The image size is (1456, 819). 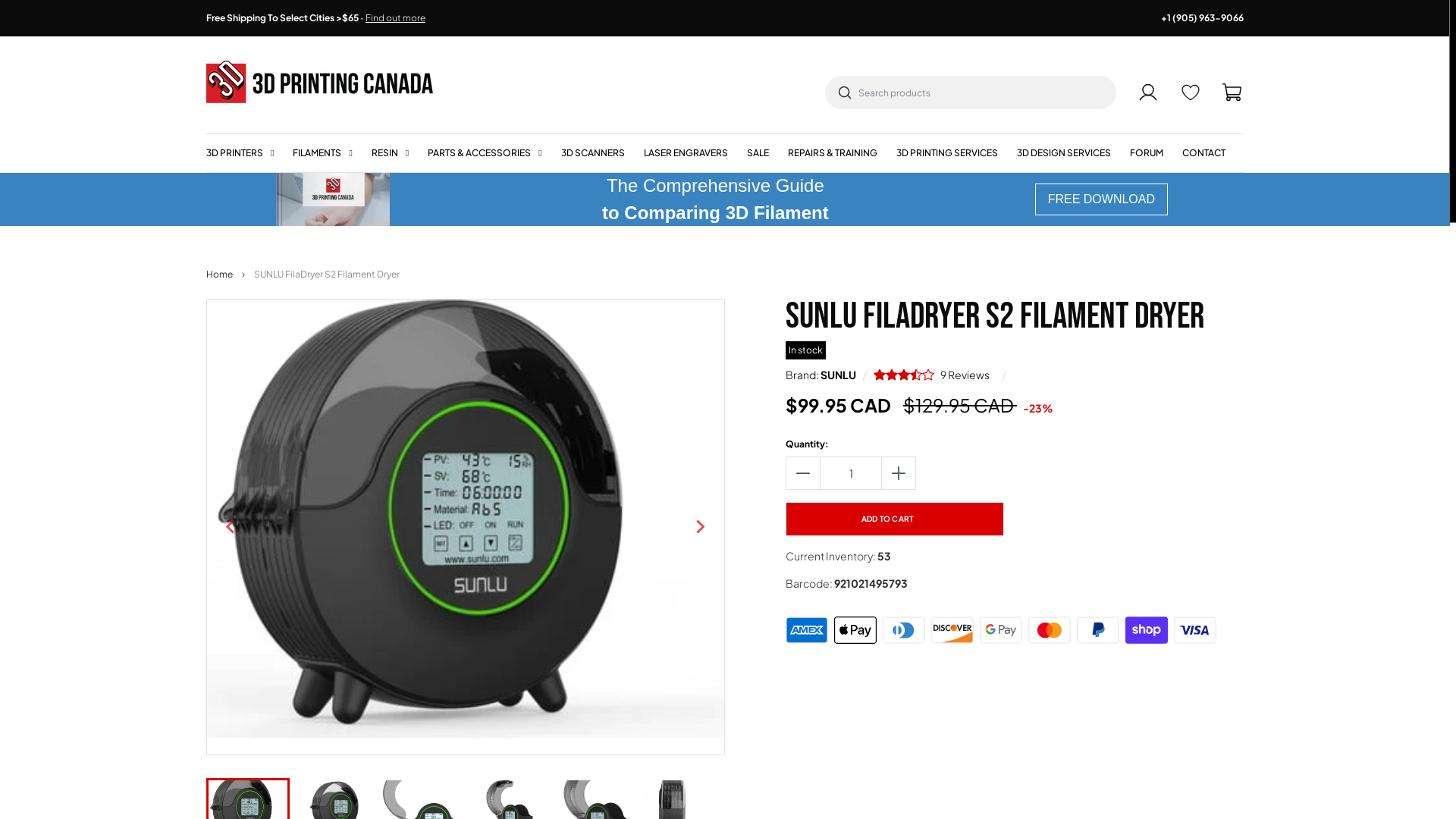 What do you see at coordinates (1203, 152) in the screenshot?
I see `'CONTACT'` at bounding box center [1203, 152].